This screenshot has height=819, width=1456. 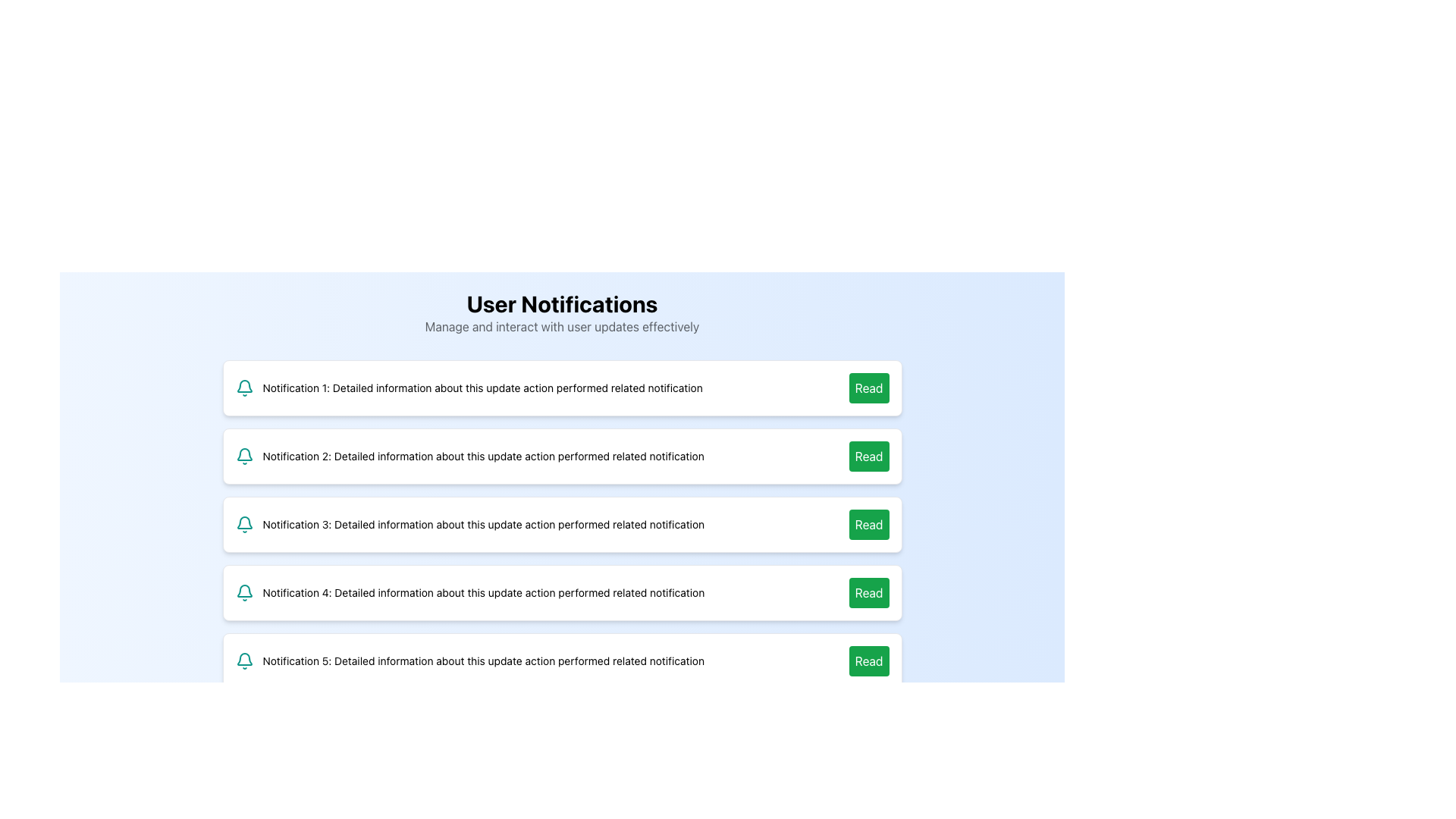 What do you see at coordinates (561, 660) in the screenshot?
I see `the notification entry displaying 'Notification 5: Detailed information about this update action performed related notification', which includes a green 'Read' button and a notification bell icon` at bounding box center [561, 660].